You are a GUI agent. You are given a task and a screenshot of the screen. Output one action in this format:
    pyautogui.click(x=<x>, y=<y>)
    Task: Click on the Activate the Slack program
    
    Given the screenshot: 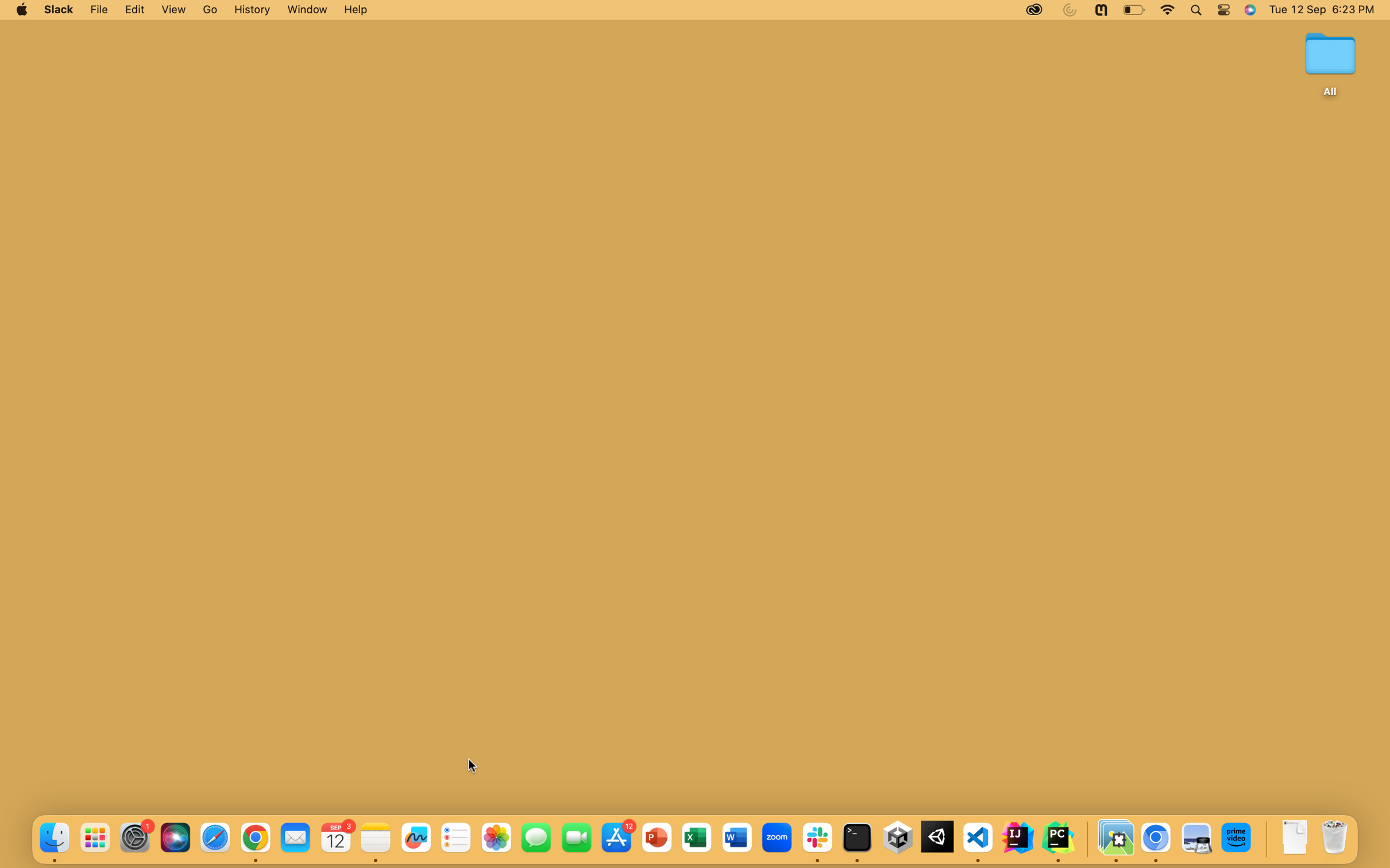 What is the action you would take?
    pyautogui.click(x=59, y=11)
    